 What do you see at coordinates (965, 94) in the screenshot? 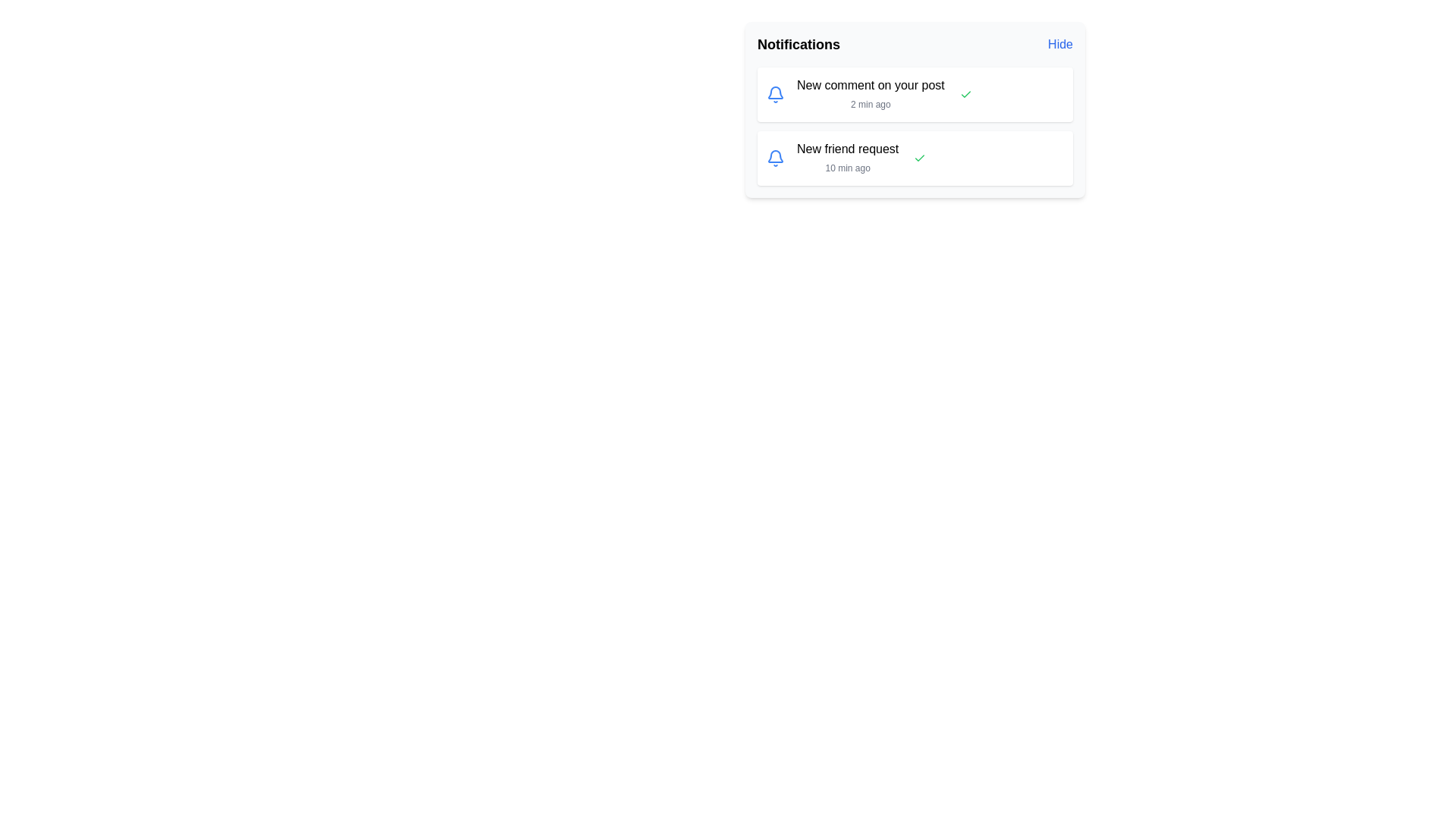
I see `the small green checkmark icon button located in the top notification row of the 'Notifications' panel, to the far right of the text 'New comment on your post' to acknowledge the notification` at bounding box center [965, 94].